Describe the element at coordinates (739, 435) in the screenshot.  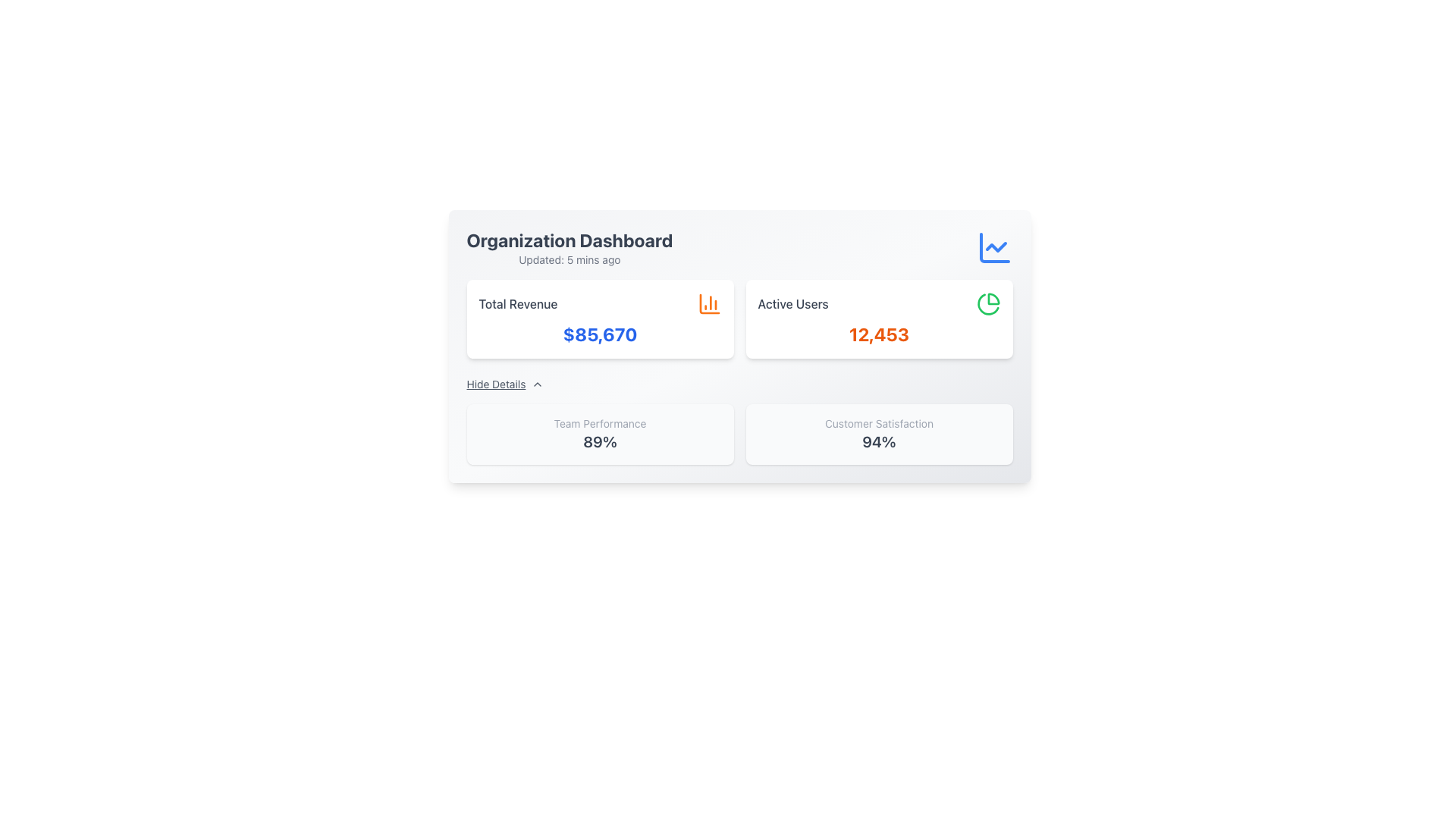
I see `displayed information from the Informational Panel located at the bottom of the main dashboard, which shows 'Team Performance' with '89%' on the left and 'Customer Satisfaction' with '94%' on the right` at that location.